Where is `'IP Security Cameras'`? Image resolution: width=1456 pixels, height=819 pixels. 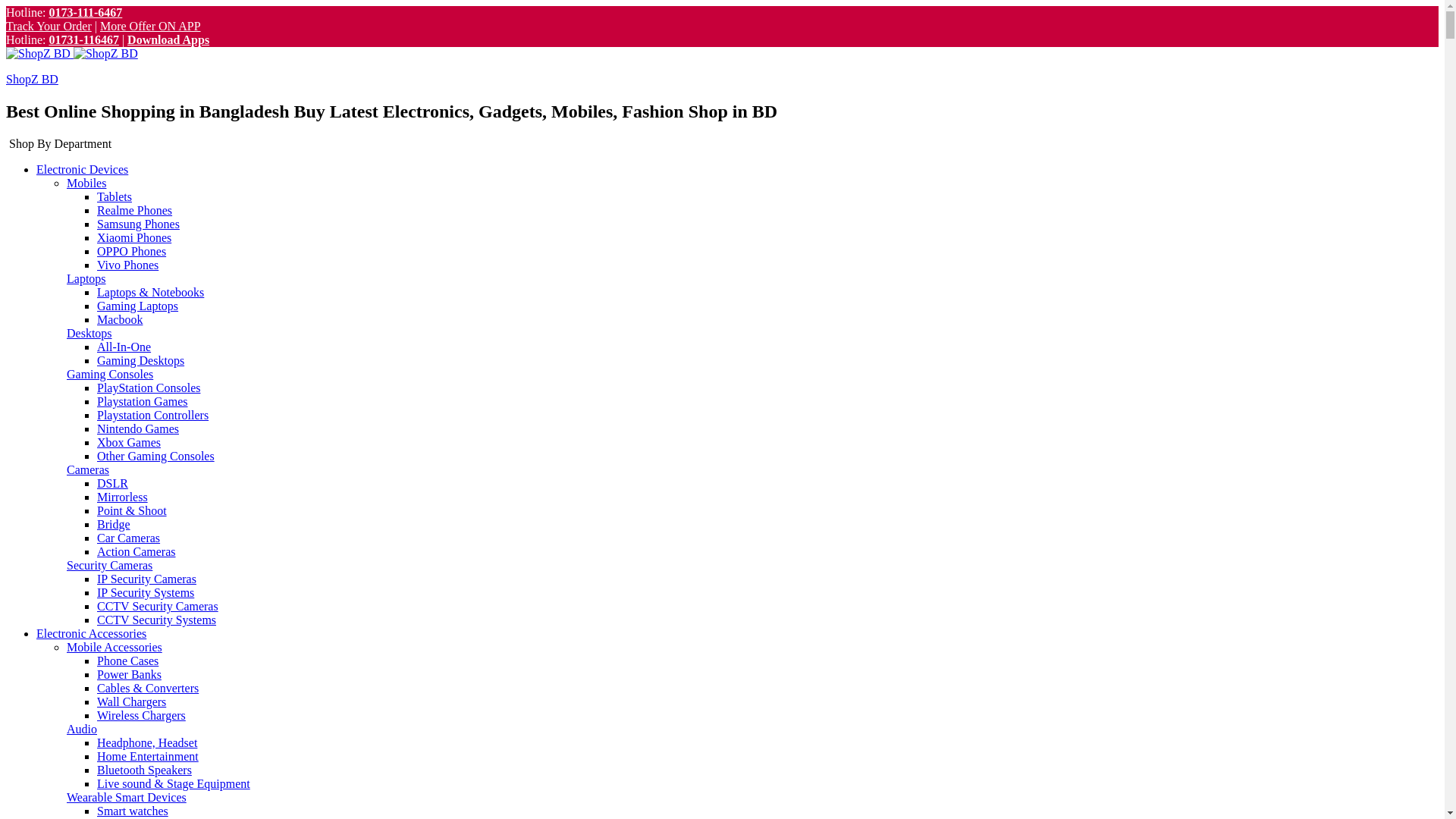
'IP Security Cameras' is located at coordinates (96, 579).